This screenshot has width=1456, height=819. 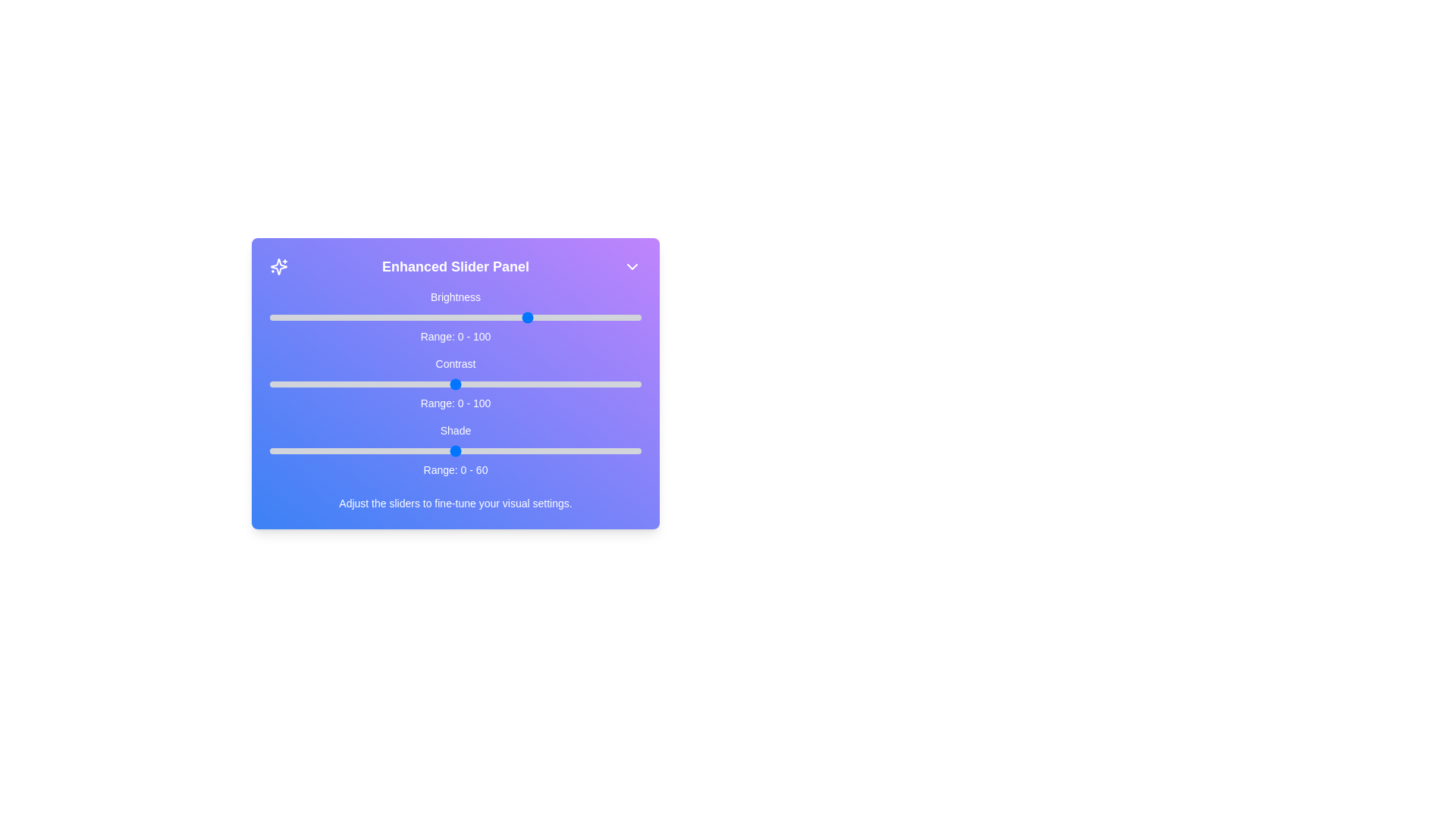 I want to click on the 1 slider to 25, so click(x=362, y=383).